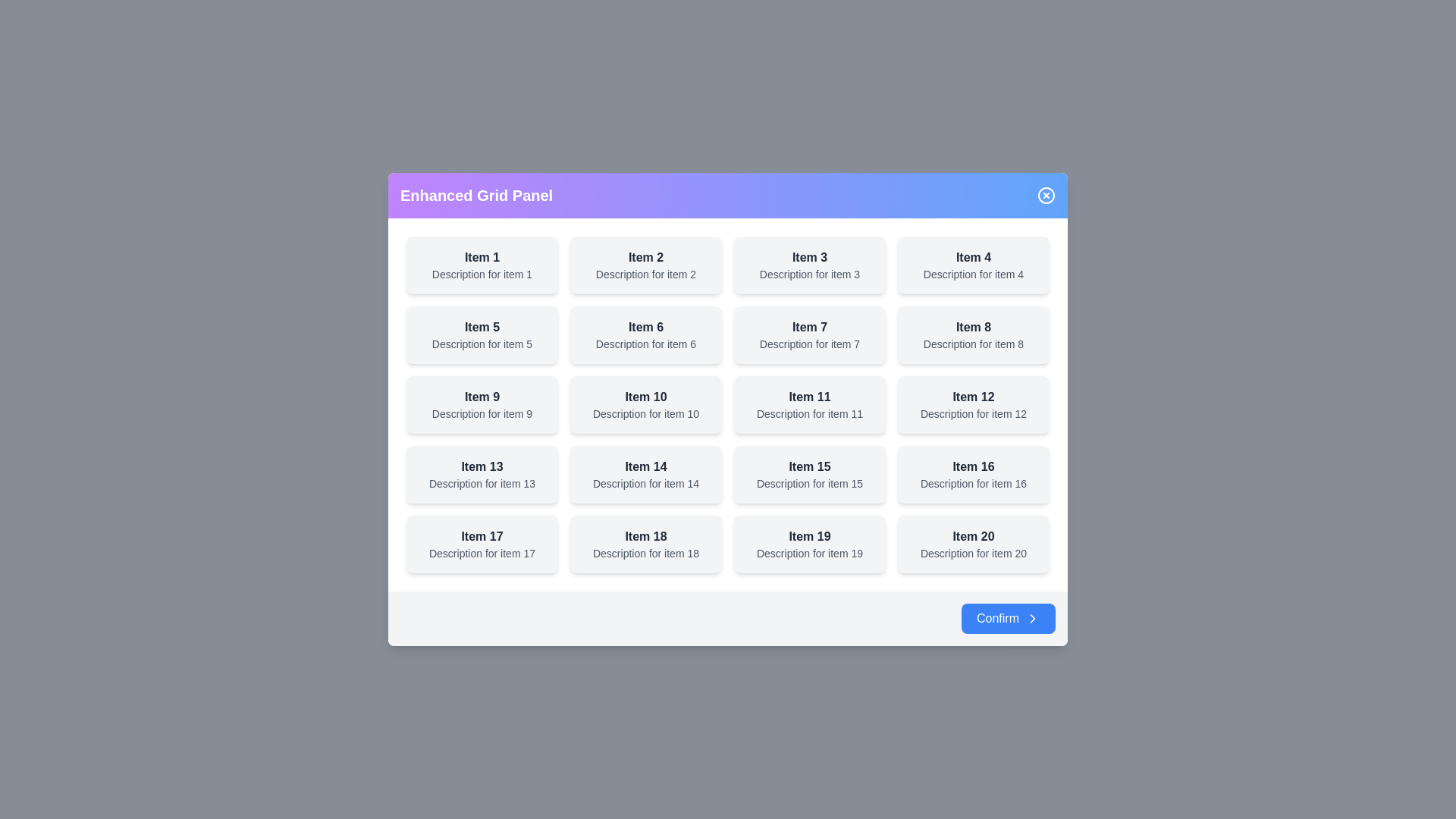 Image resolution: width=1456 pixels, height=819 pixels. Describe the element at coordinates (1008, 619) in the screenshot. I see `the 'Confirm' button to proceed` at that location.